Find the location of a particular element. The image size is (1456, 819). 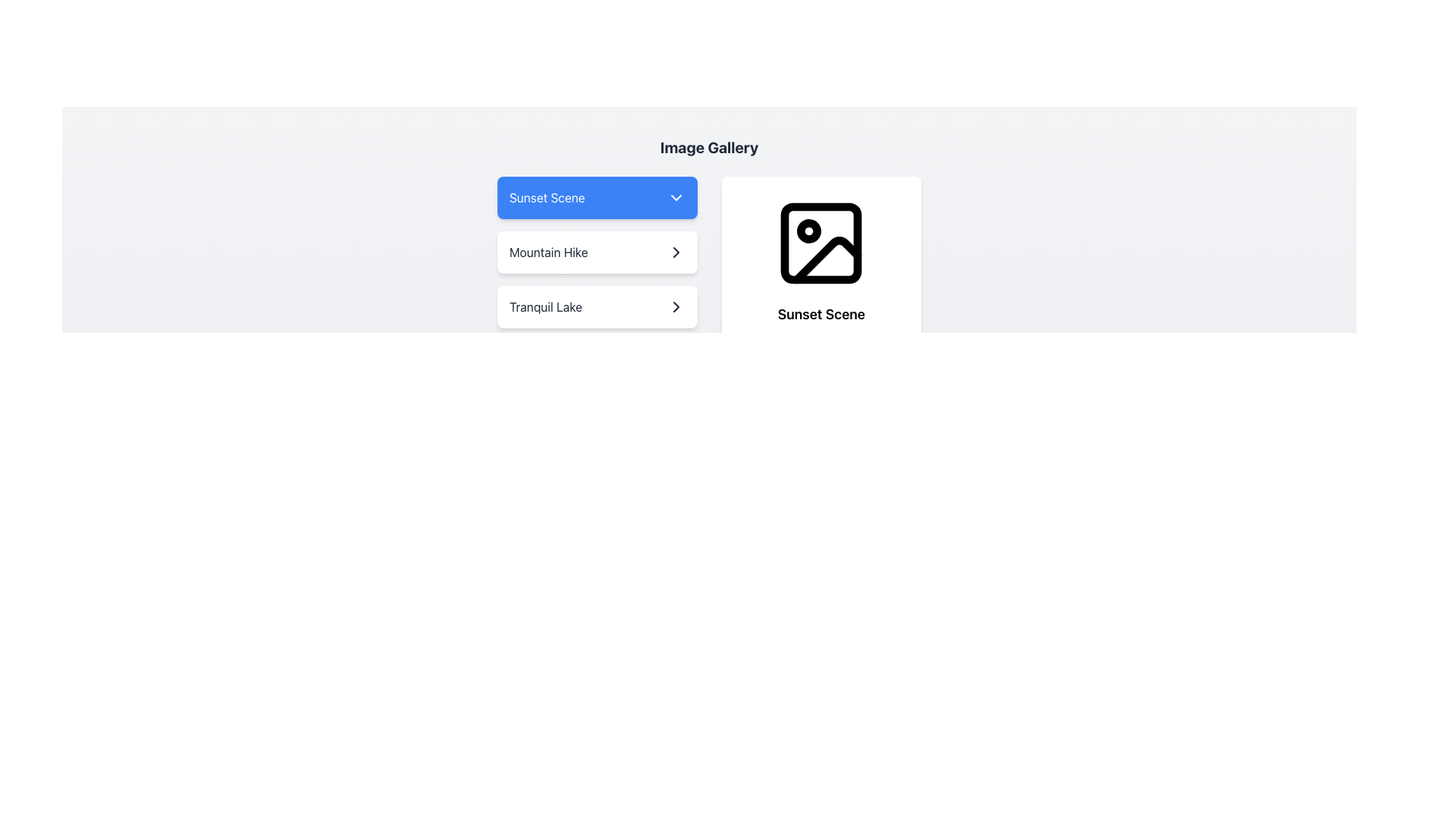

the downward-pointing chevron icon at the far right end of the 'Sunset Scene' button is located at coordinates (675, 197).